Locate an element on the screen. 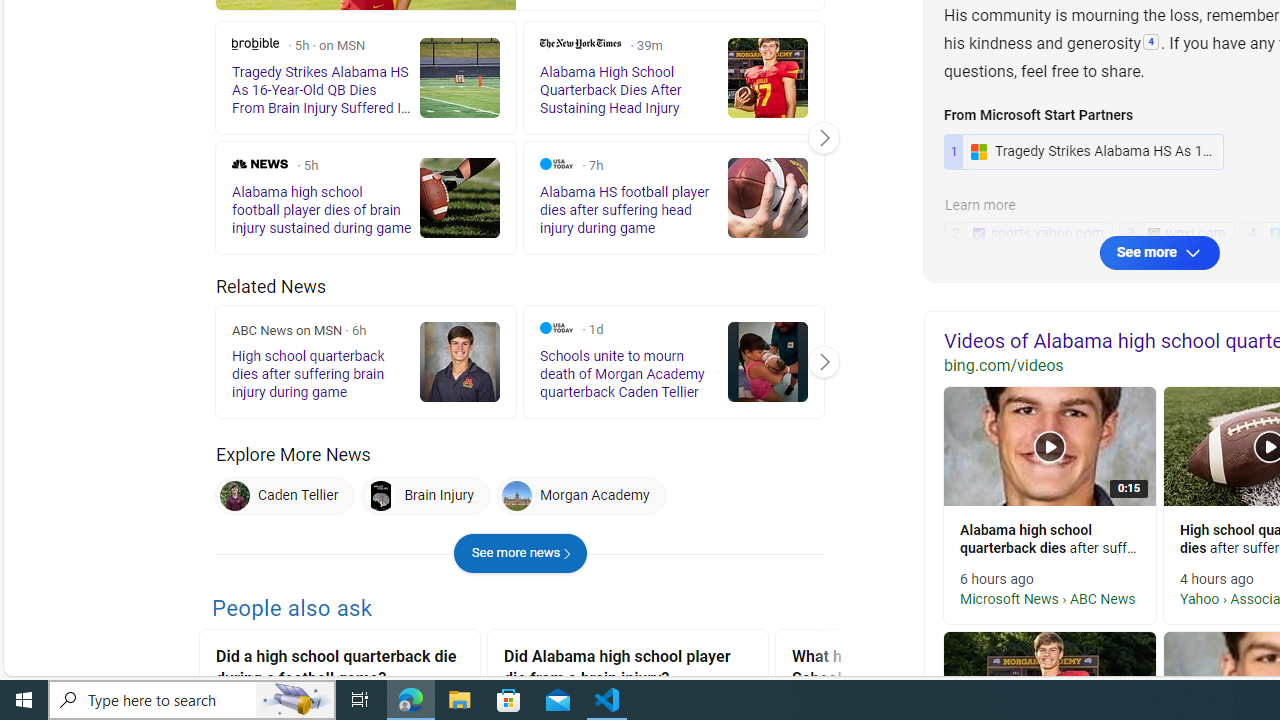 The image size is (1280, 720). '4: ' is located at coordinates (1151, 43).